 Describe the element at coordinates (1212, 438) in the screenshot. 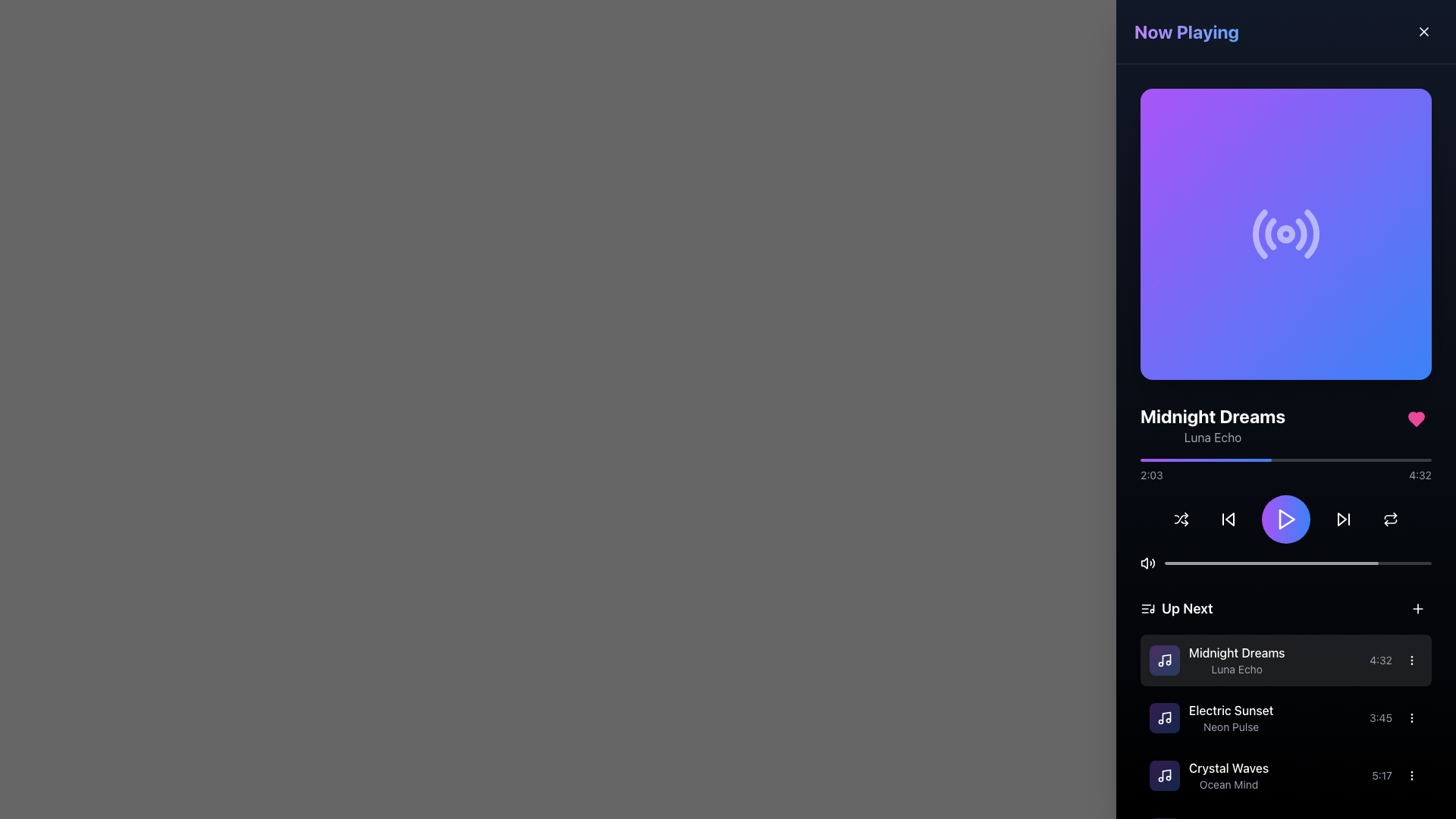

I see `text label located directly below 'Midnight Dreams' in the 'Now Playing' section of the UI` at that location.